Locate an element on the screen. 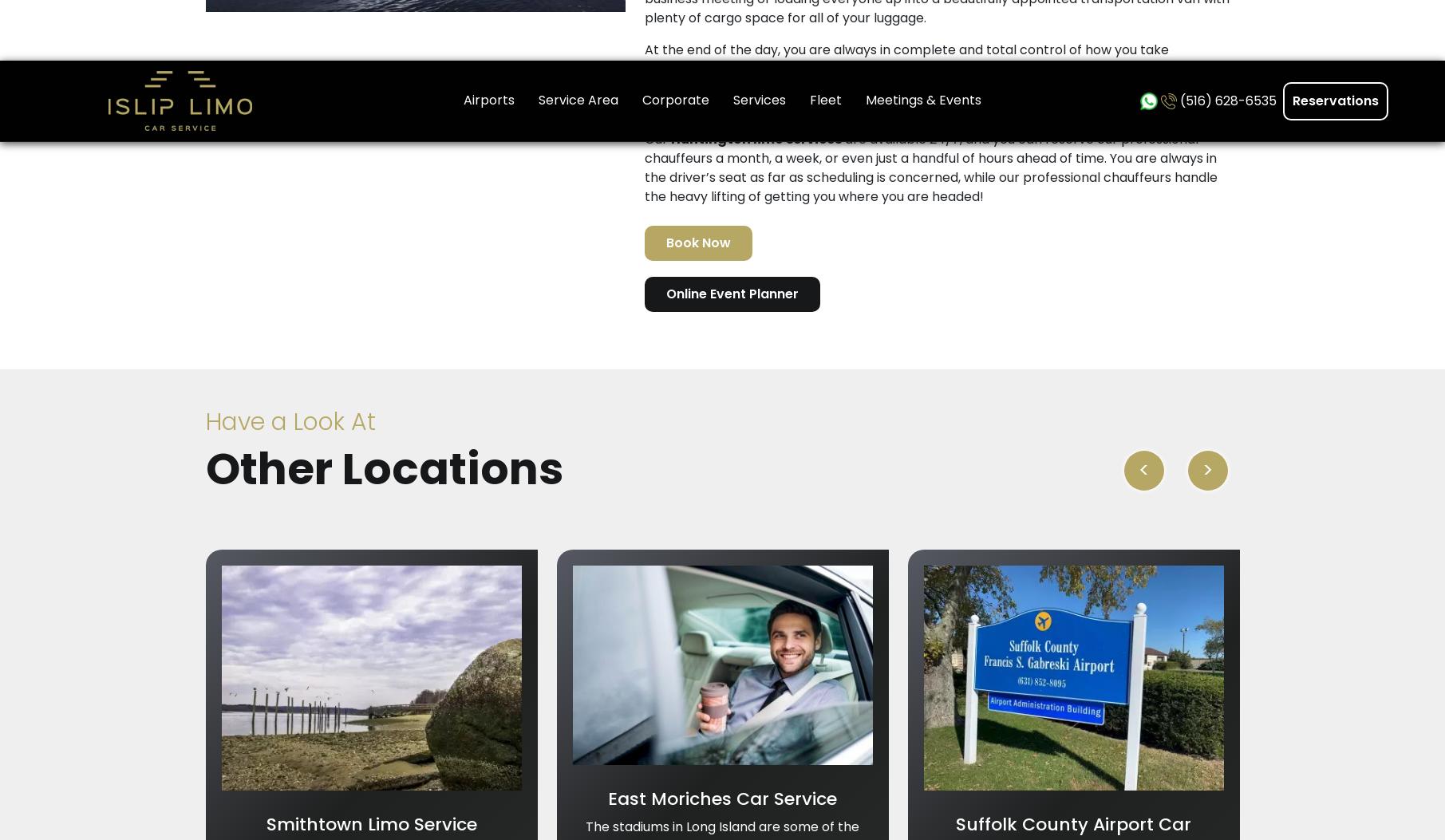 This screenshot has width=1445, height=840. 'Service Area' is located at coordinates (771, 354).